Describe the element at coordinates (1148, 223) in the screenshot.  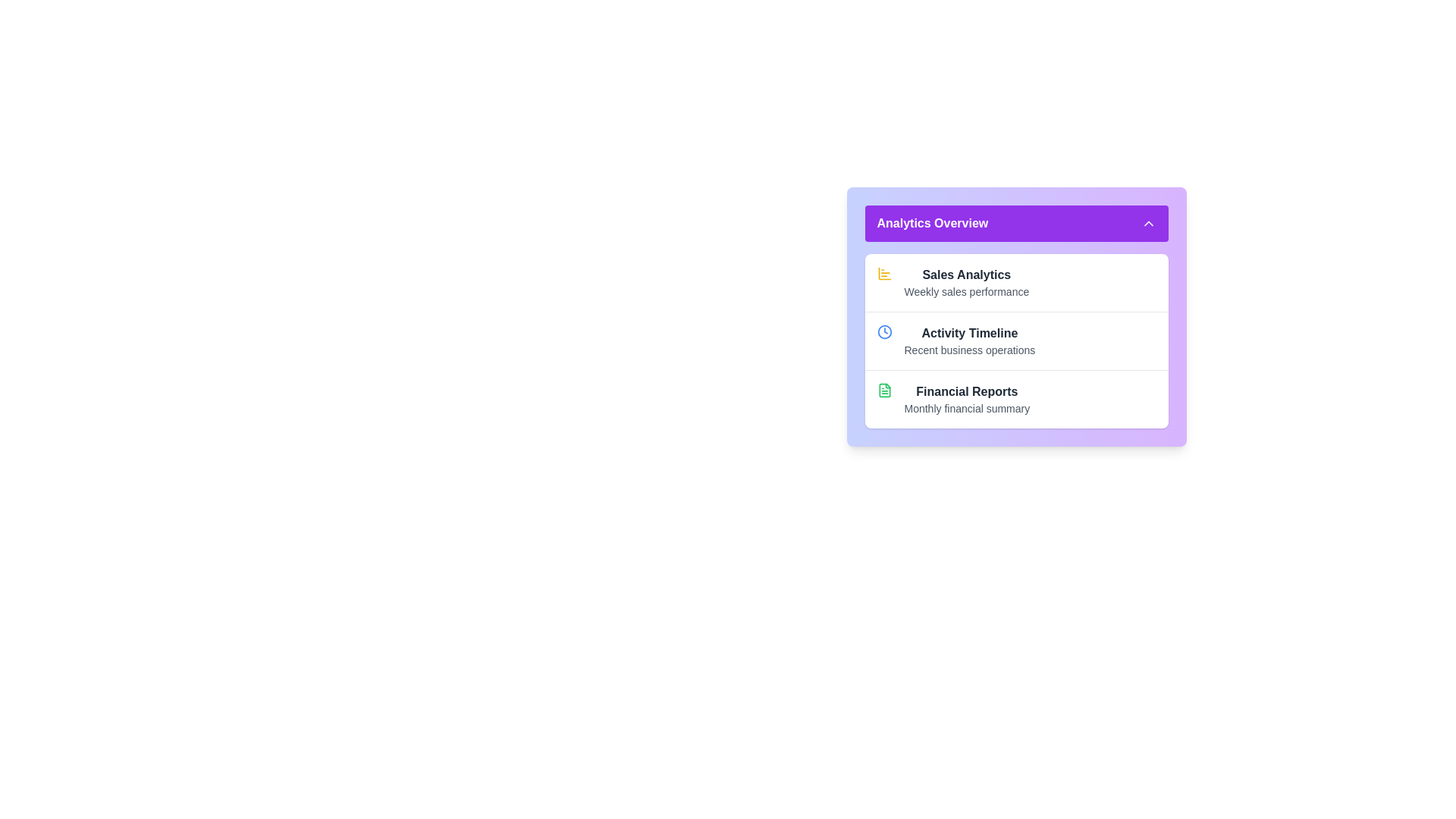
I see `the chevron icon located at the rightmost part of the 'Analytics Overview' header` at that location.